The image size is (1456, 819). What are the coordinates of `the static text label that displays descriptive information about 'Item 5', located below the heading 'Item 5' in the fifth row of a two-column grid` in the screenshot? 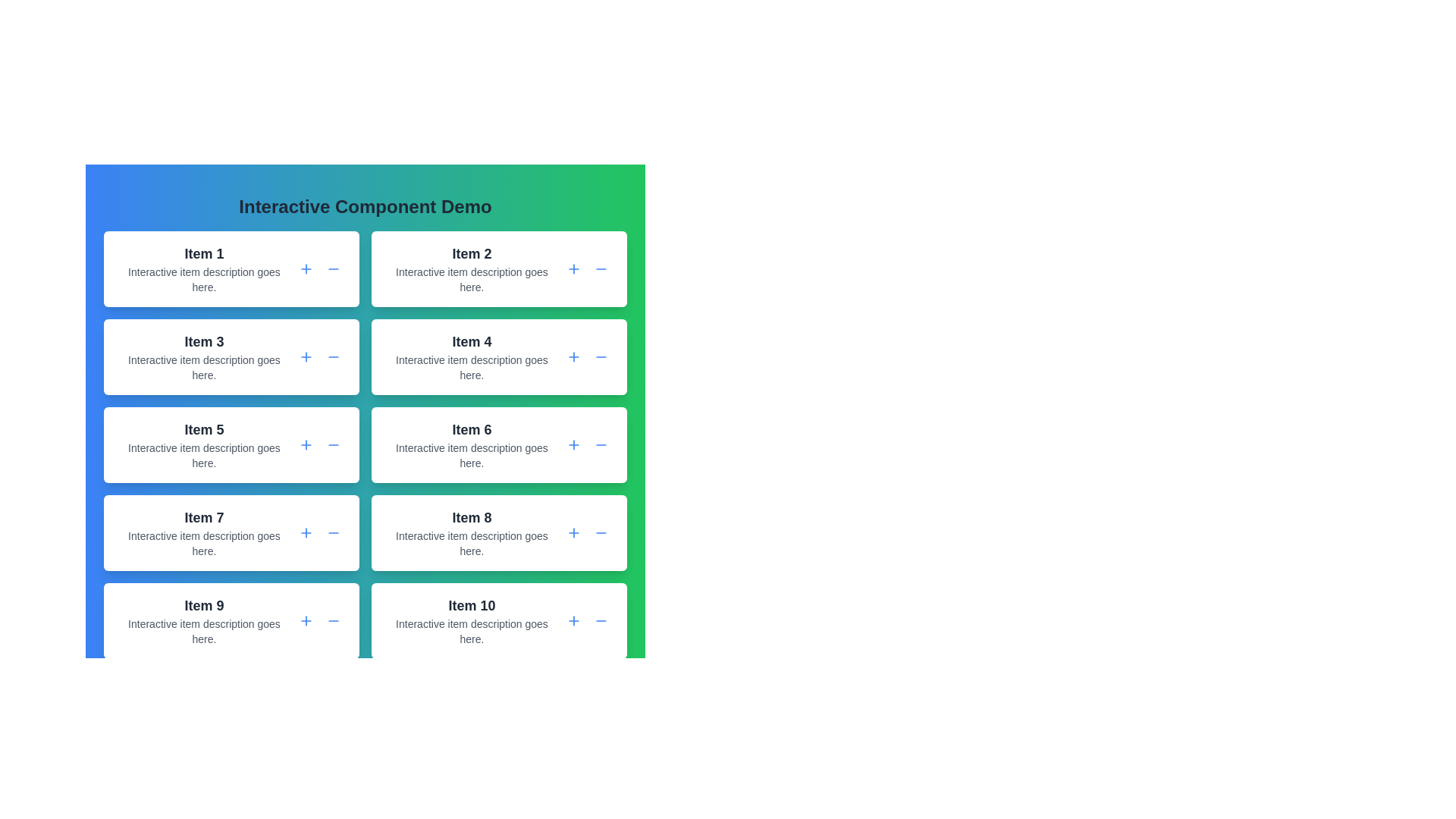 It's located at (203, 455).